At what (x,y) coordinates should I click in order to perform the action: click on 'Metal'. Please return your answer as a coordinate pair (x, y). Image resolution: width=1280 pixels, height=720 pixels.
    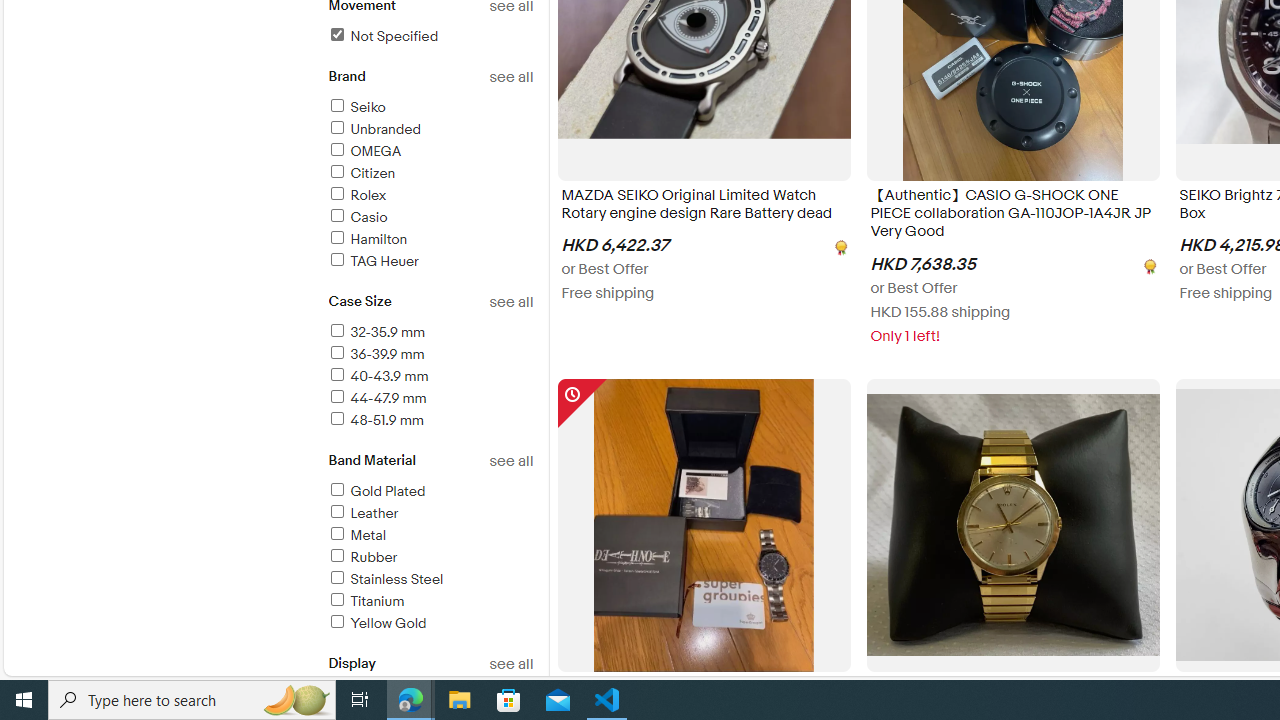
    Looking at the image, I should click on (356, 534).